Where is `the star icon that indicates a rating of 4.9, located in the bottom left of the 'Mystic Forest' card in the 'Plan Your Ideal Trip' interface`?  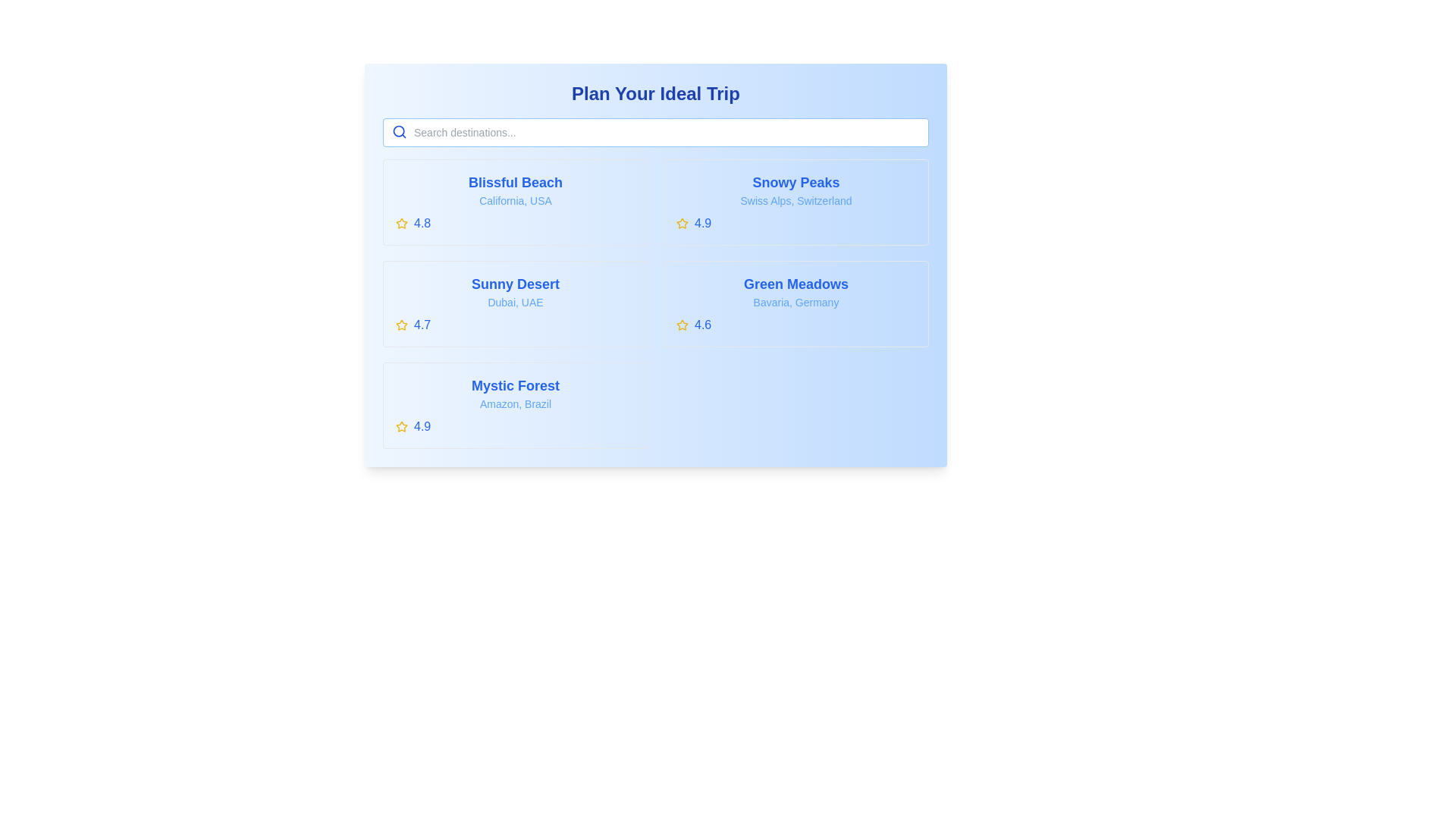
the star icon that indicates a rating of 4.9, located in the bottom left of the 'Mystic Forest' card in the 'Plan Your Ideal Trip' interface is located at coordinates (401, 427).